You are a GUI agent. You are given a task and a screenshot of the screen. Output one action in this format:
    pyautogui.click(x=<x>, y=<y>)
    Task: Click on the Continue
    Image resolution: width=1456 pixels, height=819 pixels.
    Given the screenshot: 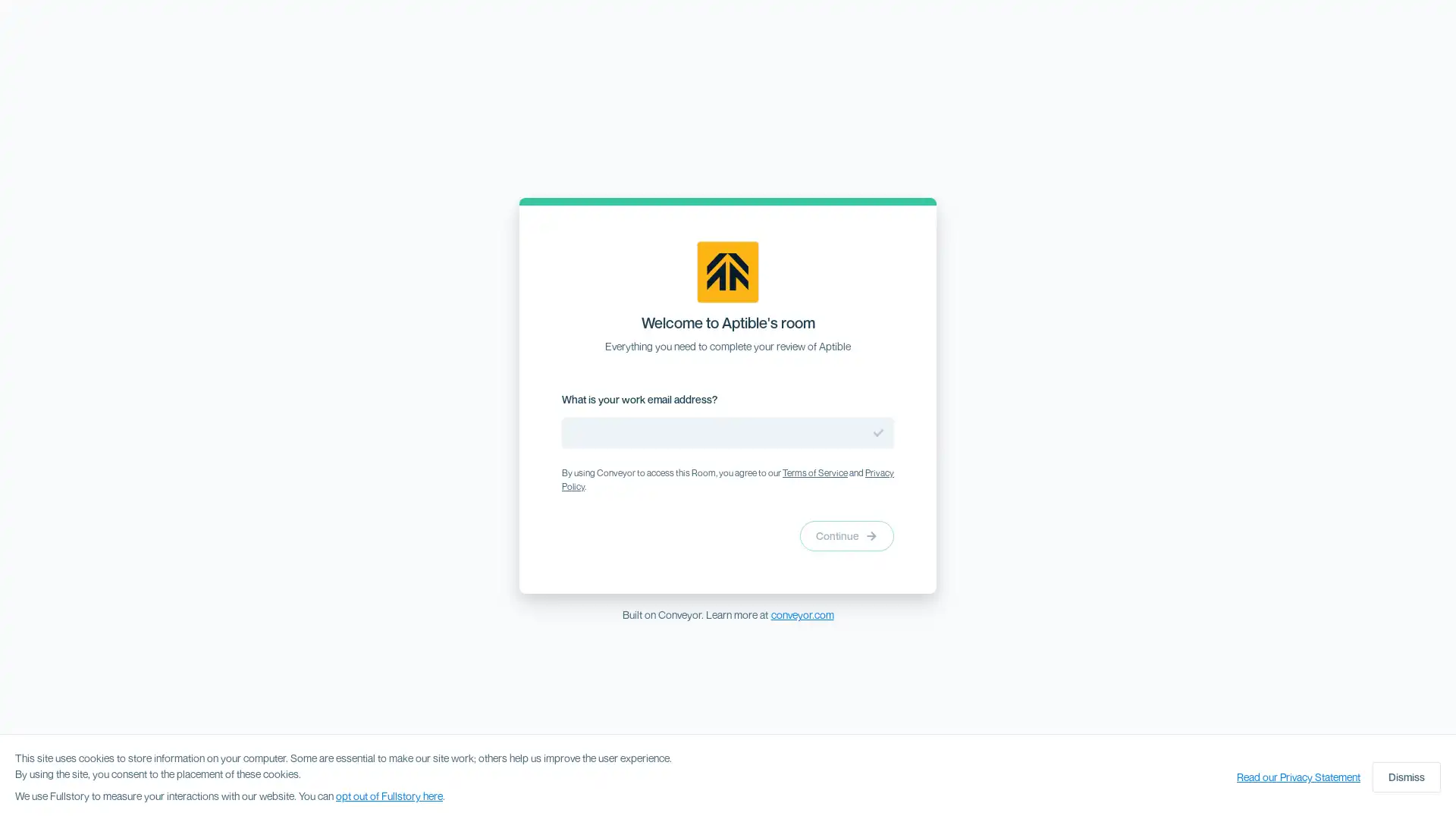 What is the action you would take?
    pyautogui.click(x=846, y=535)
    